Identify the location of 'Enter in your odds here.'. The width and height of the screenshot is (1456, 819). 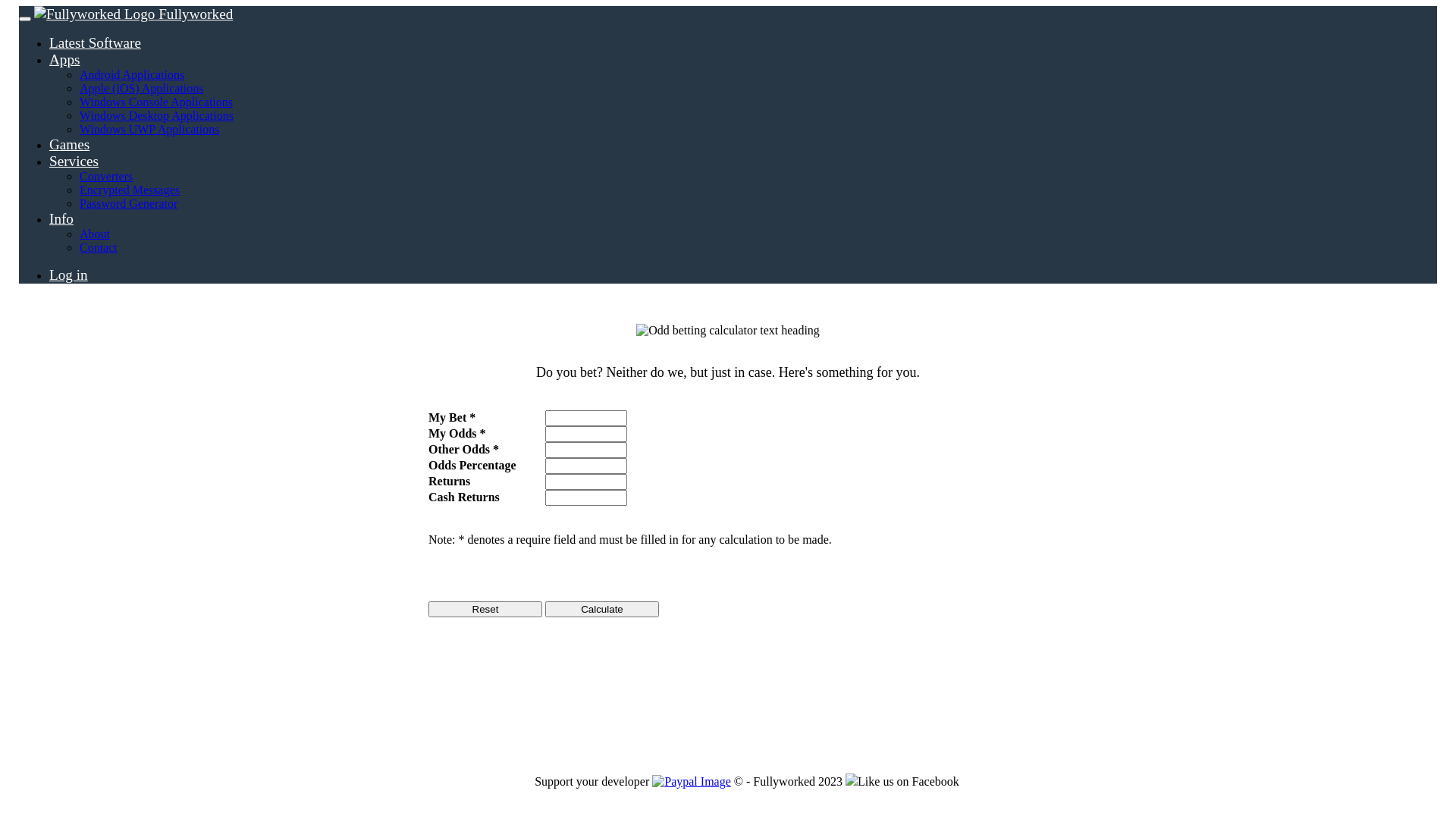
(585, 434).